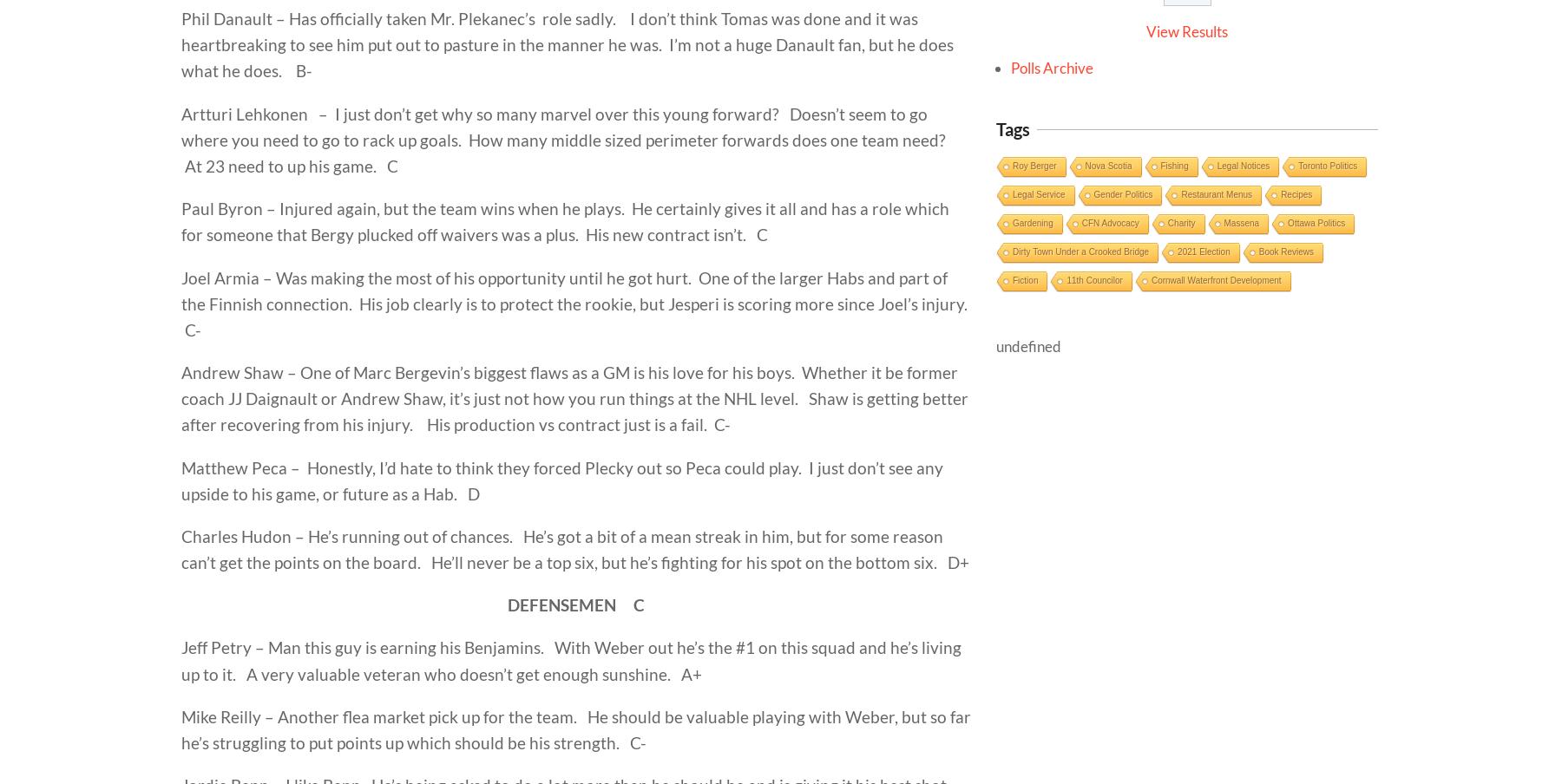 This screenshot has height=784, width=1562. Describe the element at coordinates (576, 728) in the screenshot. I see `'Mike Reilly – Another flea market pick up for the team.   He should be valuable playing with Weber, but so far he’s struggling to put points up which should be his strength.   C-'` at that location.